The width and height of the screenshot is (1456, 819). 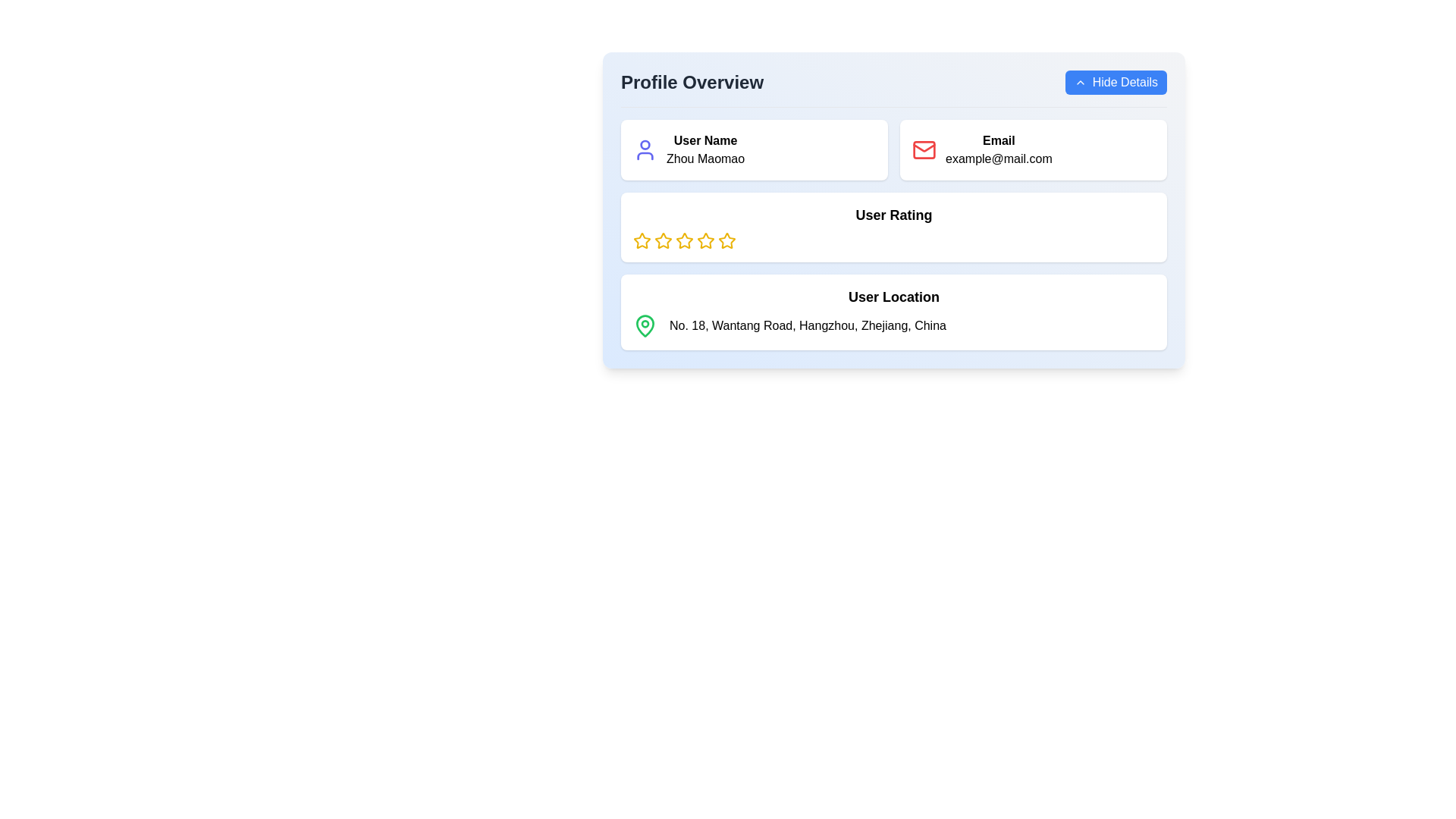 I want to click on the email envelope icon in the profile overview panel, which is located to the right of the 'User Name' section and above the 'User Rating' section, so click(x=924, y=149).